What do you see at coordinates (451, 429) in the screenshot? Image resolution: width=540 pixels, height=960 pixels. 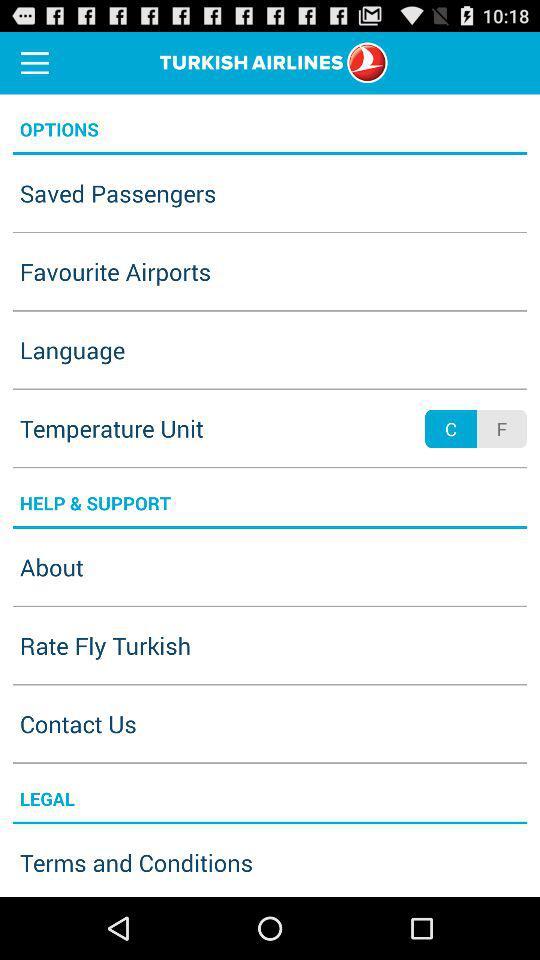 I see `item to the left of the f app` at bounding box center [451, 429].